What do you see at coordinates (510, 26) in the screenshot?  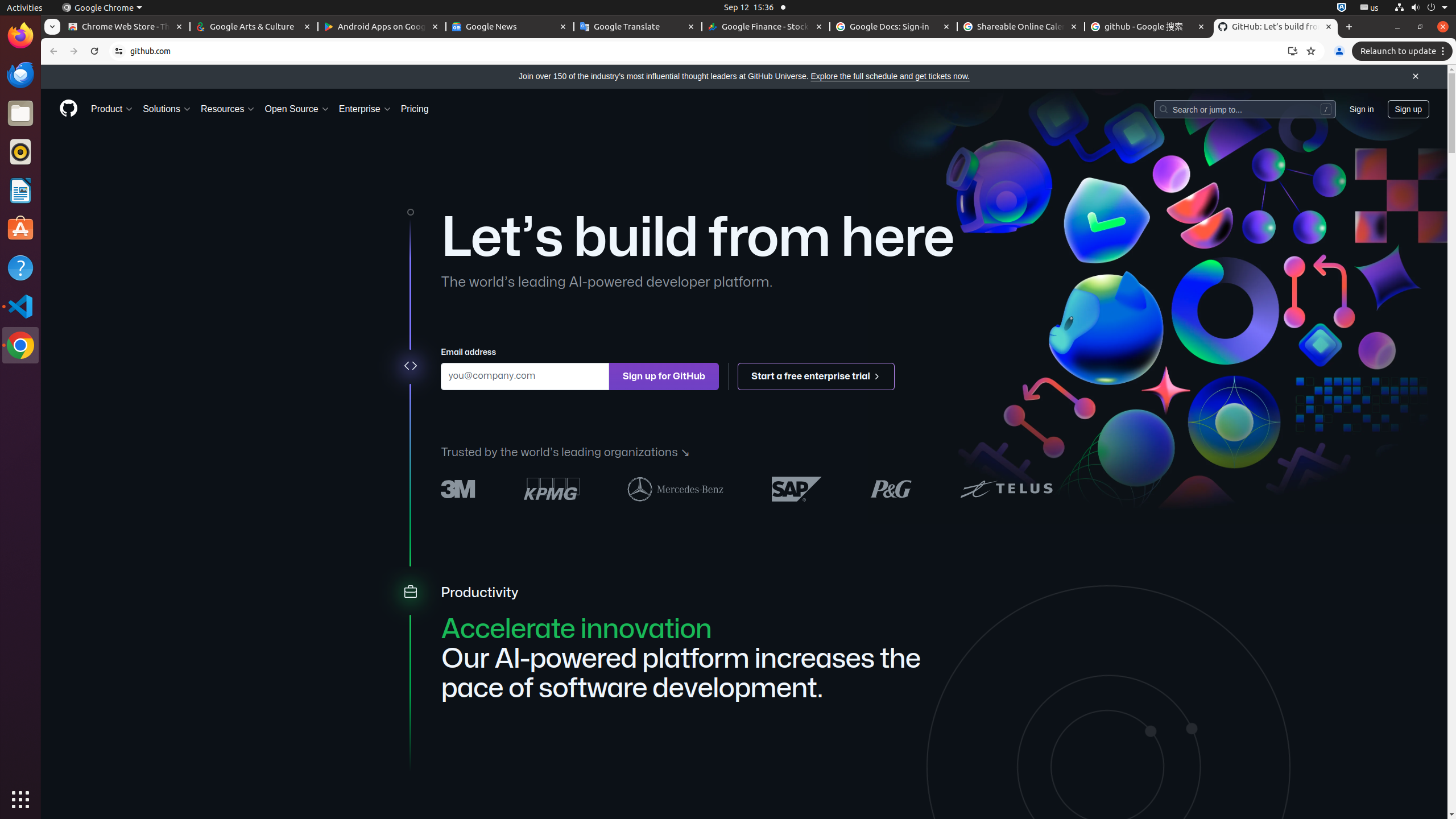 I see `'Google News - Memory usage - 51.2 MB'` at bounding box center [510, 26].